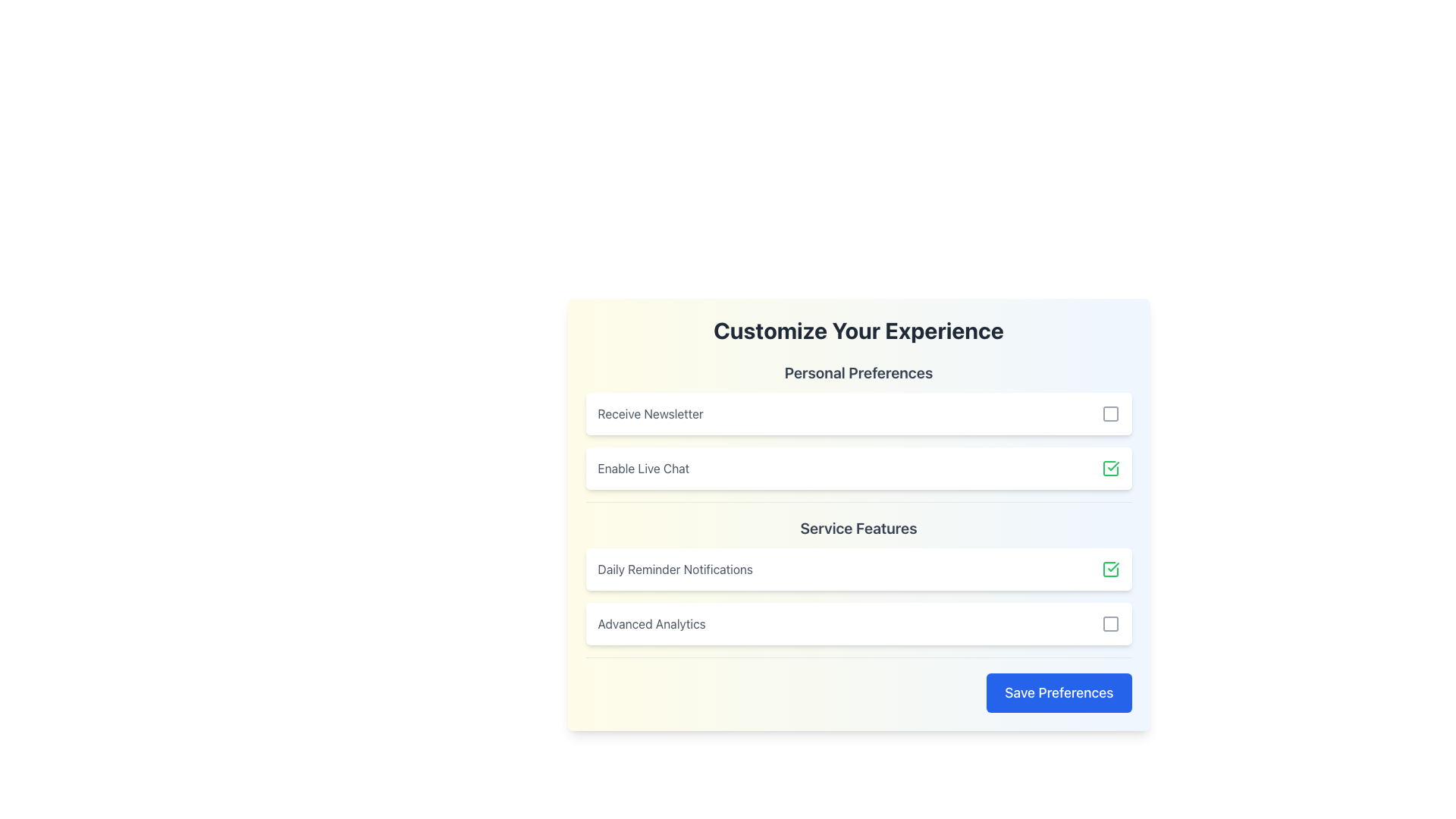 This screenshot has width=1456, height=819. What do you see at coordinates (858, 528) in the screenshot?
I see `the Text Label that serves as a header for the 'Service Features' section, positioned above the list of service feature items` at bounding box center [858, 528].